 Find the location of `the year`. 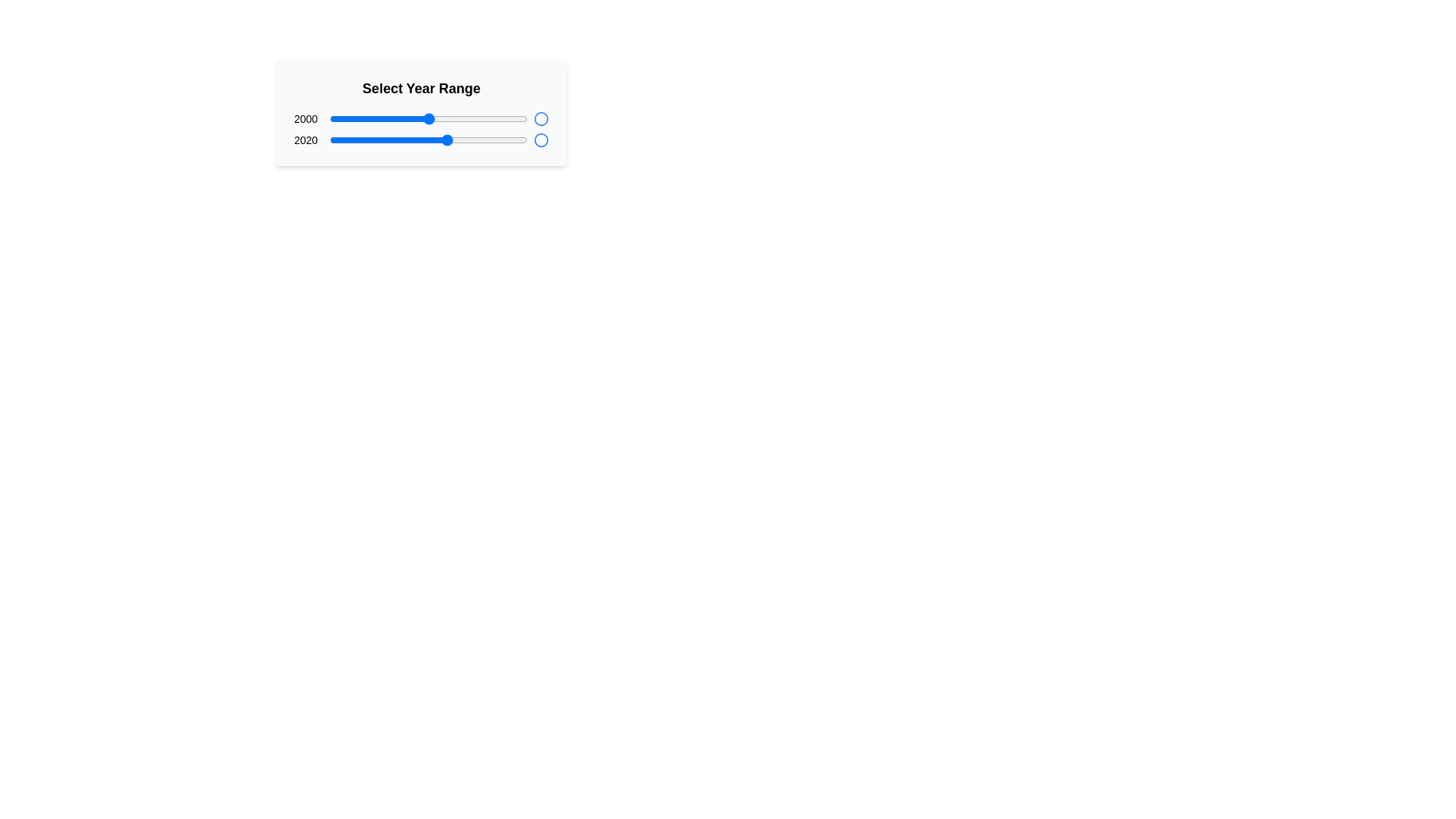

the year is located at coordinates (391, 118).